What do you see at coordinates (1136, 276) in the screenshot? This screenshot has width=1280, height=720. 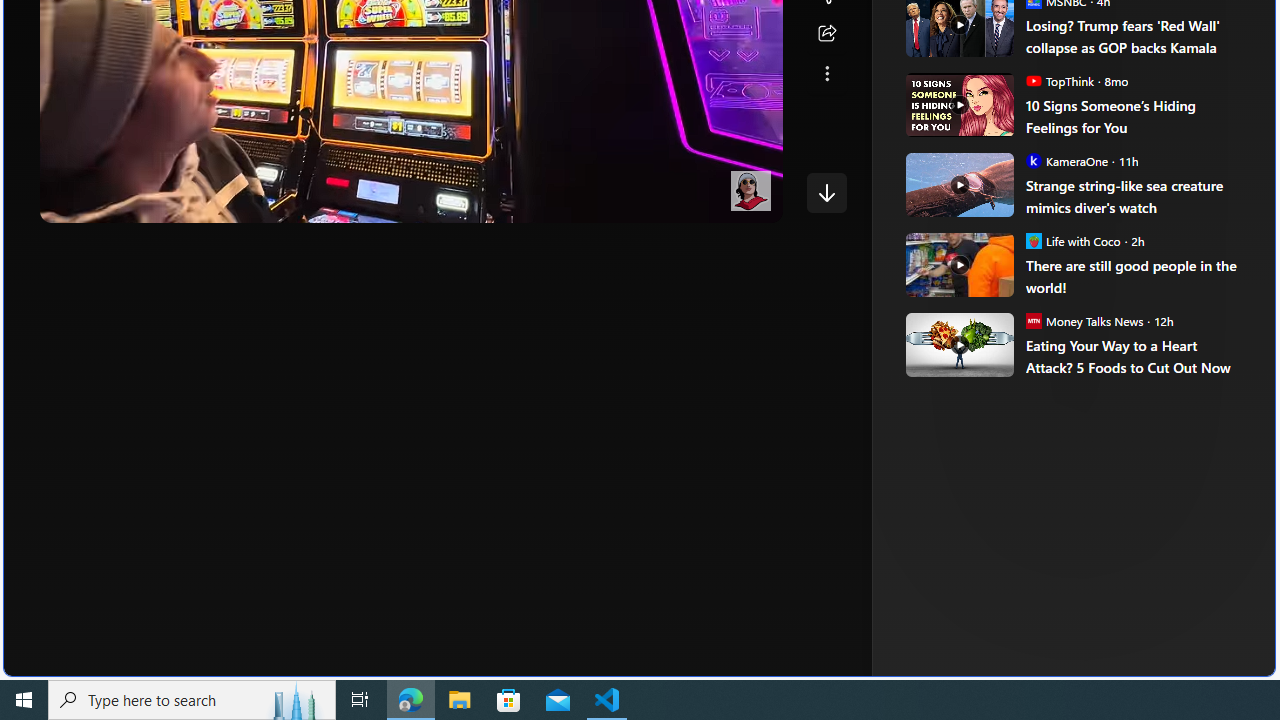 I see `'There are still good people in the world!'` at bounding box center [1136, 276].